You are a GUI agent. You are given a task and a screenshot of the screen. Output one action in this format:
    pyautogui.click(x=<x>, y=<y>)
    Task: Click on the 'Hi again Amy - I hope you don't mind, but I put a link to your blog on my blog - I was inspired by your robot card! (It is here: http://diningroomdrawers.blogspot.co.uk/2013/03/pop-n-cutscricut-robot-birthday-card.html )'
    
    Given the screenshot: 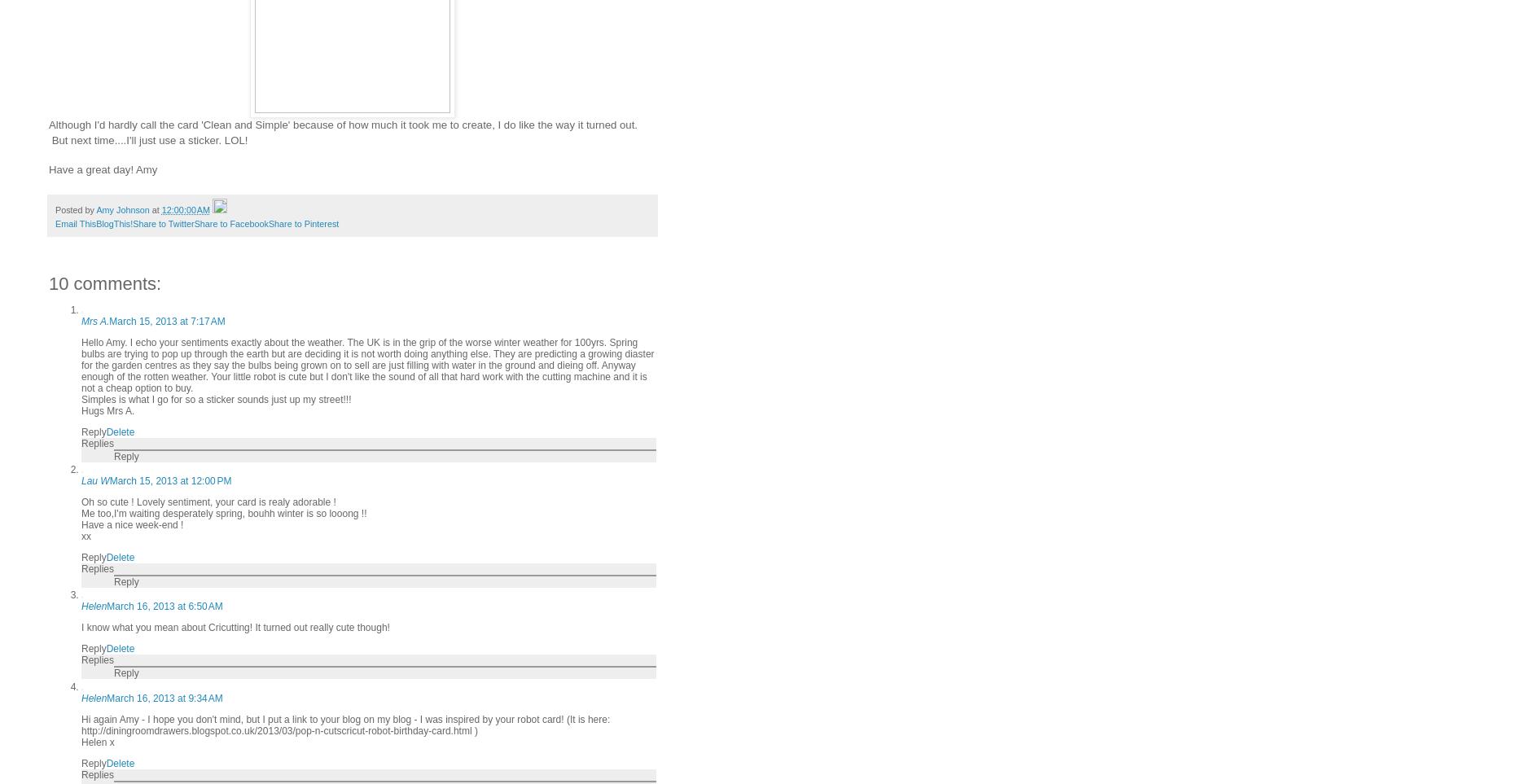 What is the action you would take?
    pyautogui.click(x=344, y=724)
    